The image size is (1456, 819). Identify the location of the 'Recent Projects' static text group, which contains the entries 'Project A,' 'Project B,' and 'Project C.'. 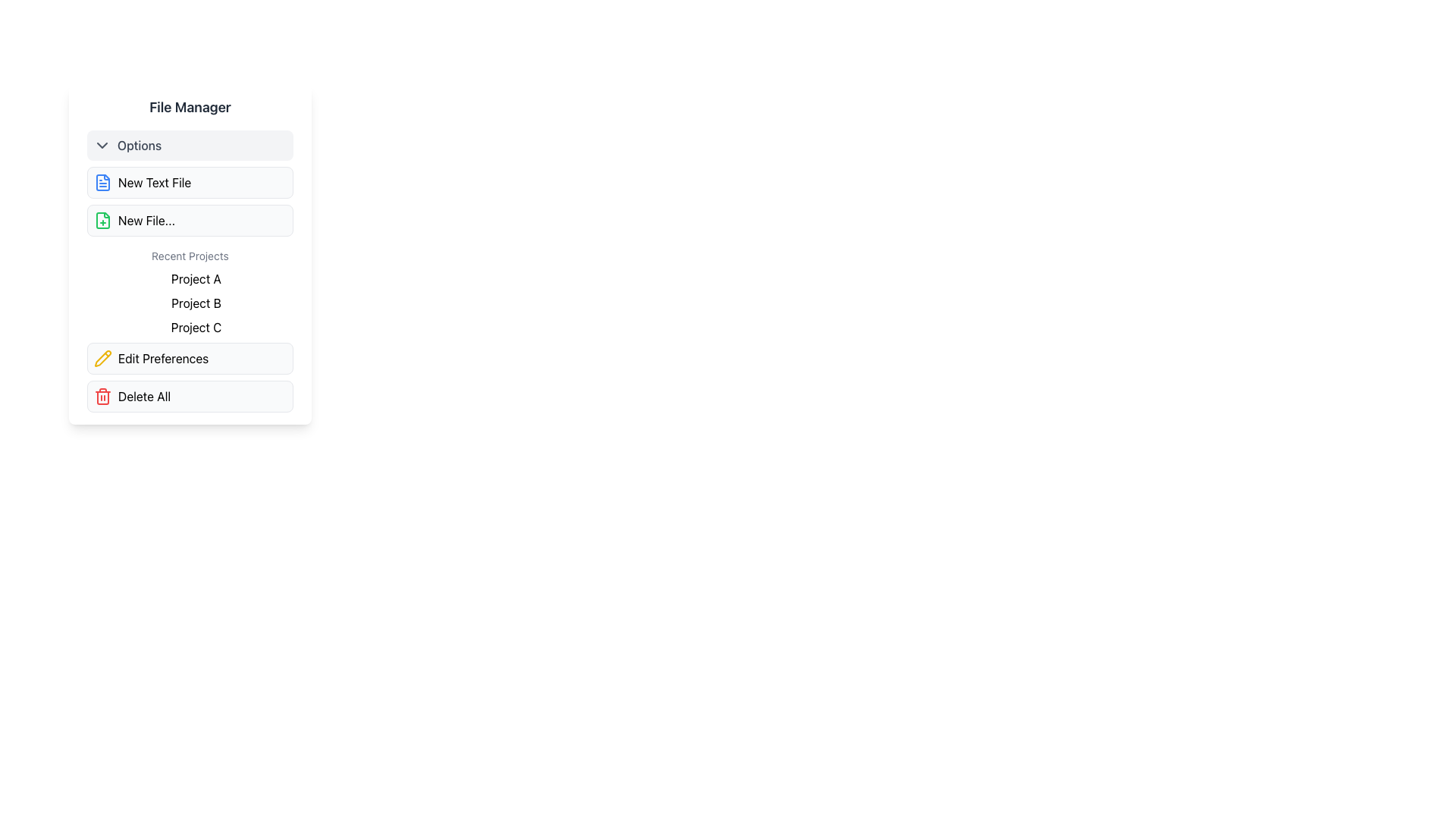
(189, 289).